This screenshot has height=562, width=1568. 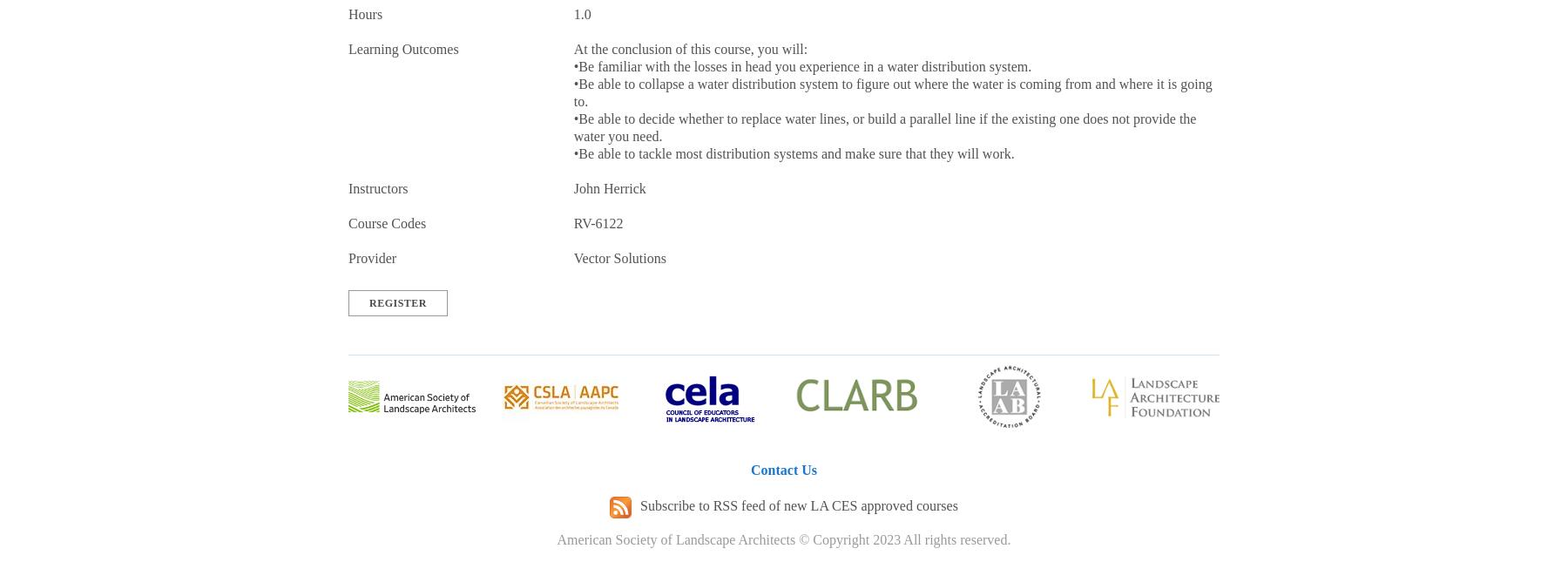 I want to click on 'Contact Us', so click(x=784, y=470).